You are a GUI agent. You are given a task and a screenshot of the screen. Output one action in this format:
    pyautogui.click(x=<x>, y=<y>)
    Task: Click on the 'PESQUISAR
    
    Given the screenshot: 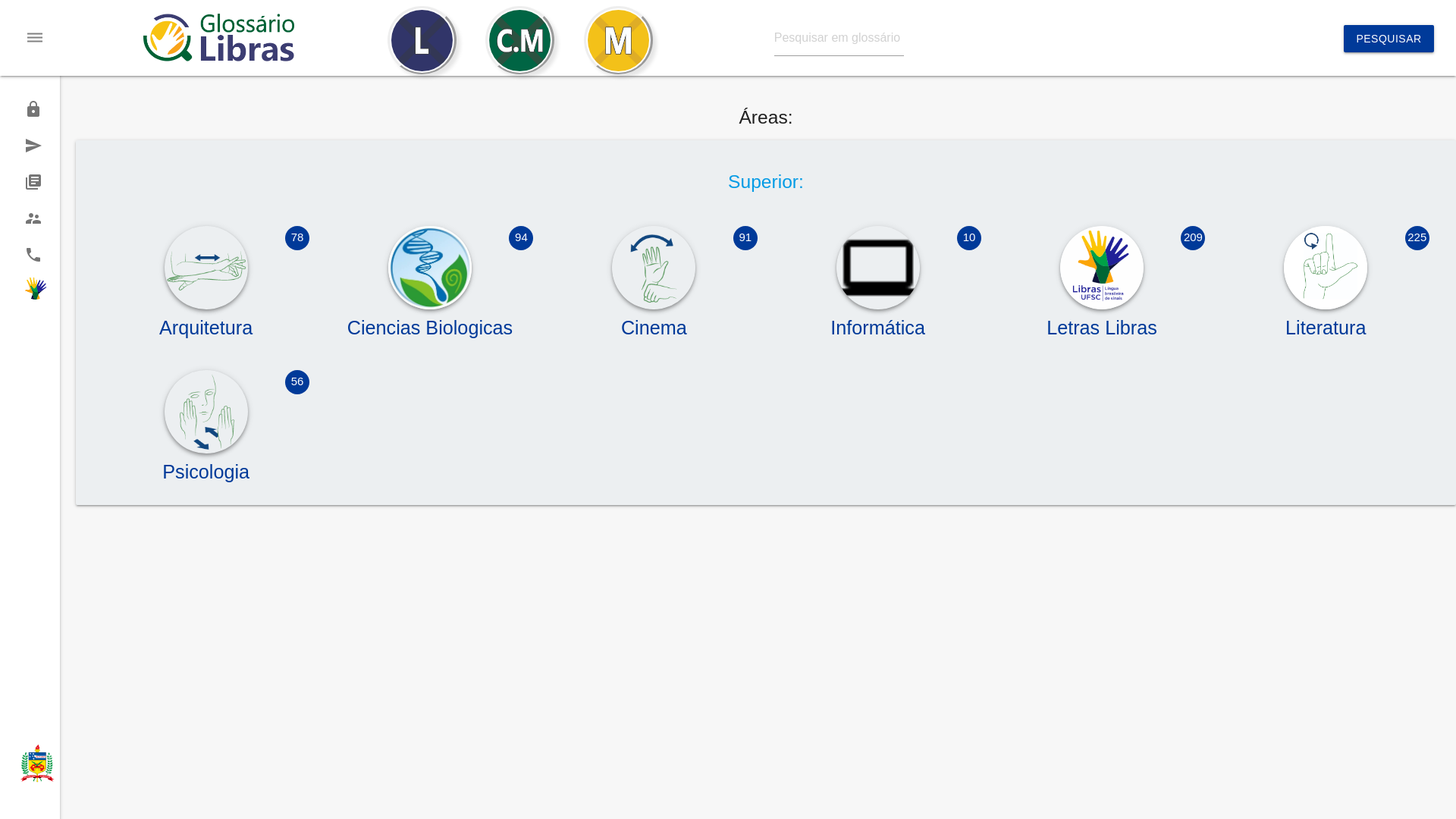 What is the action you would take?
    pyautogui.click(x=1388, y=37)
    